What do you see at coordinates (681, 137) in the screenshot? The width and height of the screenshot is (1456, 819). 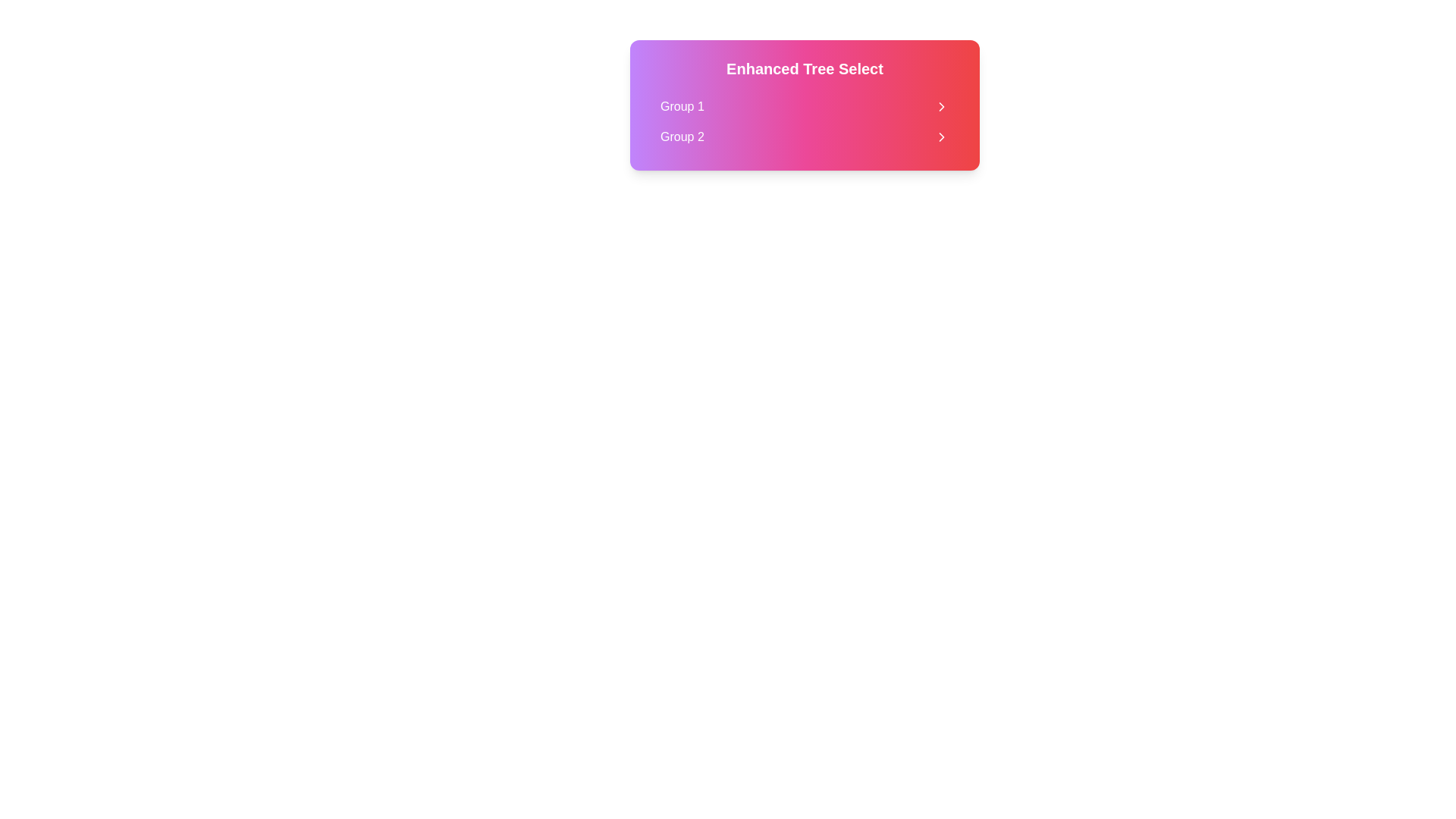 I see `the text label that serves as a title for a selectable group, which is the second item in a vertical list within a card` at bounding box center [681, 137].